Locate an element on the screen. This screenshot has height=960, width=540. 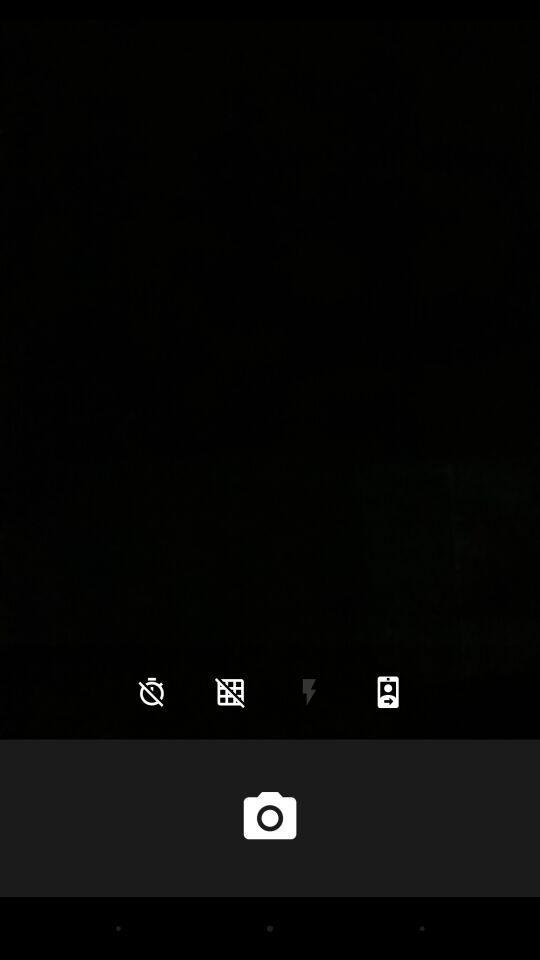
the flash icon is located at coordinates (309, 692).